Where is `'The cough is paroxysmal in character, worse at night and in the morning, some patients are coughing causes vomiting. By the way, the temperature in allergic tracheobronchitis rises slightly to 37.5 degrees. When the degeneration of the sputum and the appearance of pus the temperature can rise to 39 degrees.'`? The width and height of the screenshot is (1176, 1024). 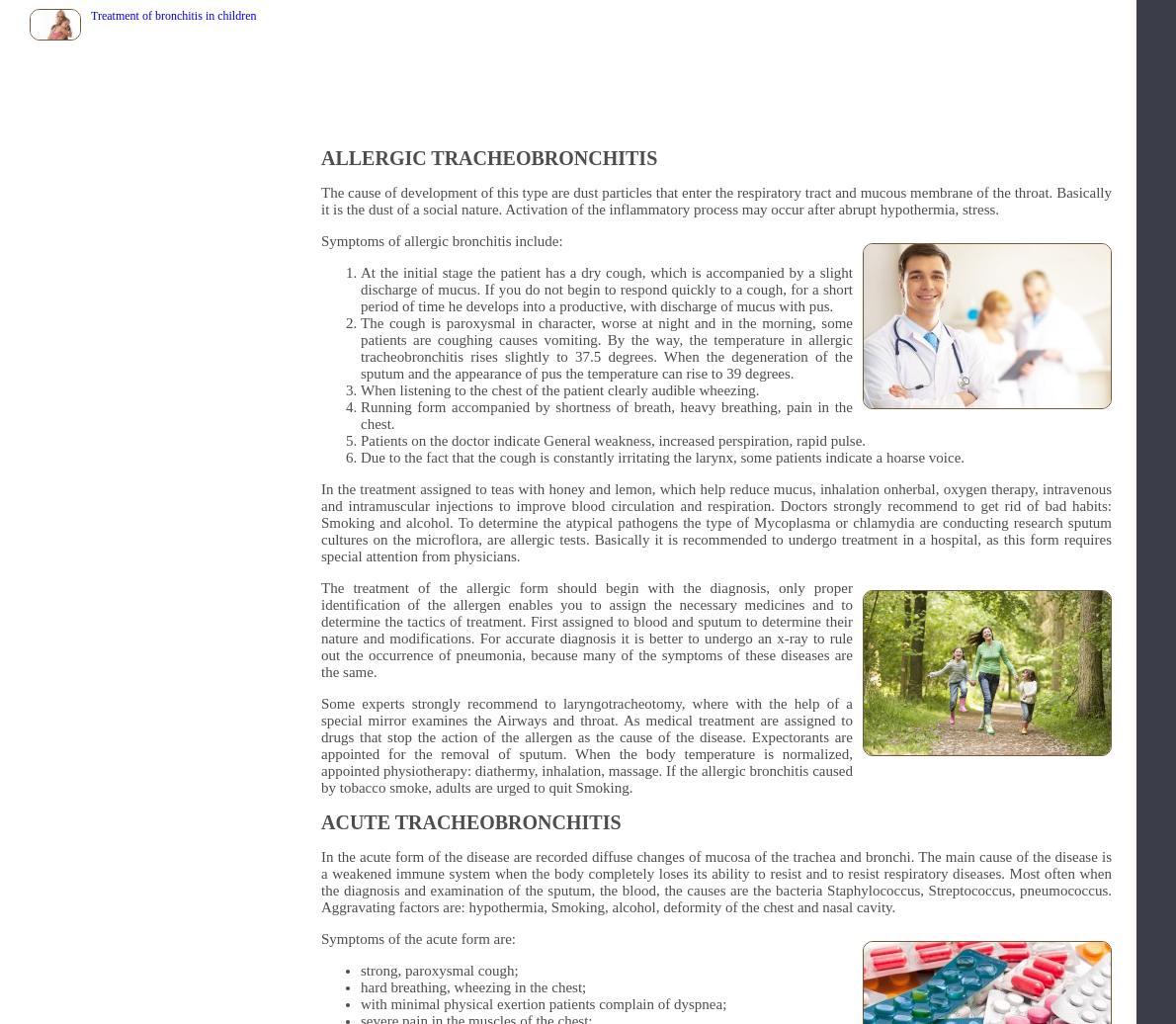
'The cough is paroxysmal in character, worse at night and in the morning, some patients are coughing causes vomiting. By the way, the temperature in allergic tracheobronchitis rises slightly to 37.5 degrees. When the degeneration of the sputum and the appearance of pus the temperature can rise to 39 degrees.' is located at coordinates (606, 348).